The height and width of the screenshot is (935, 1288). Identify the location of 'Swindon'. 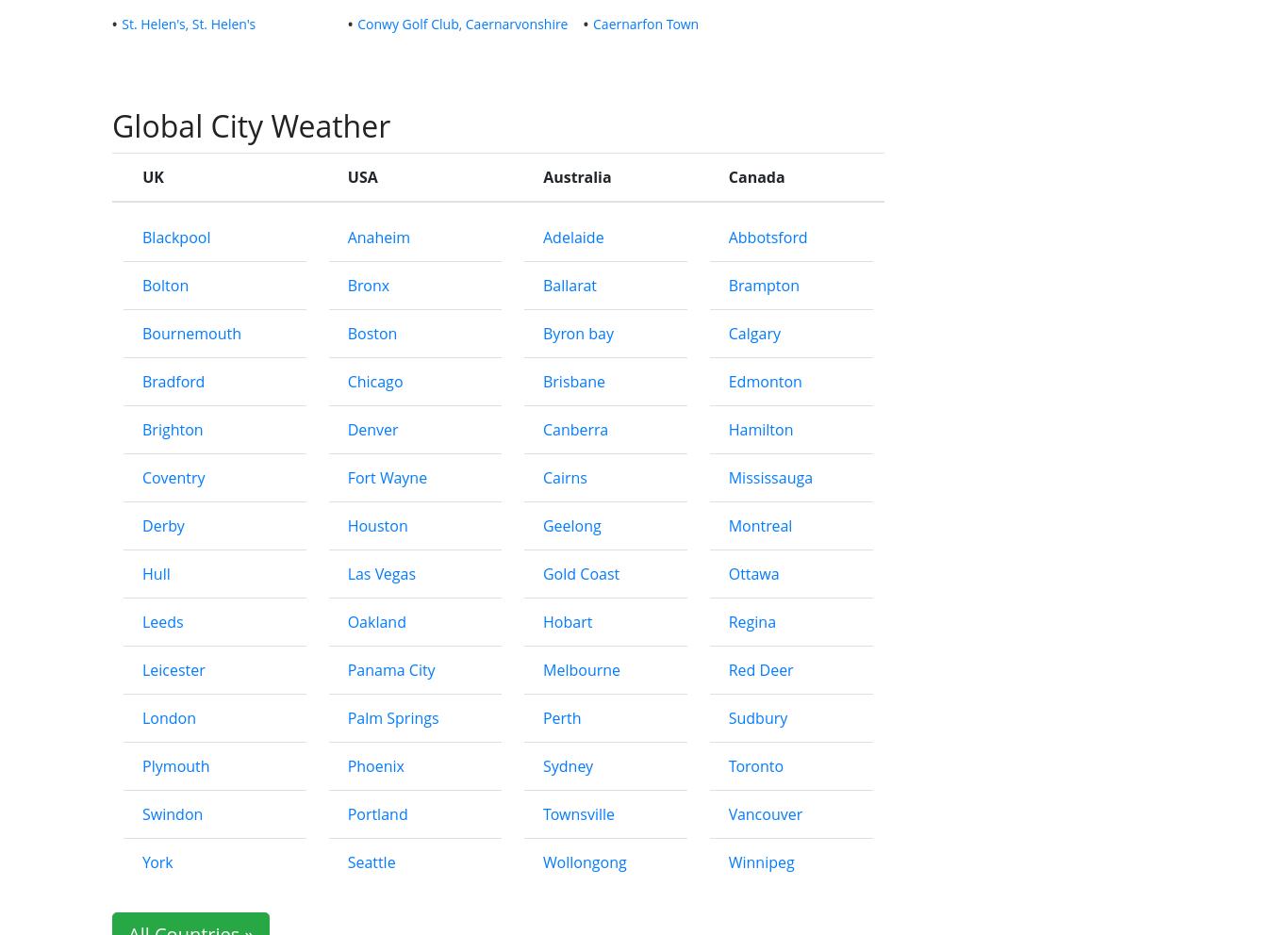
(172, 812).